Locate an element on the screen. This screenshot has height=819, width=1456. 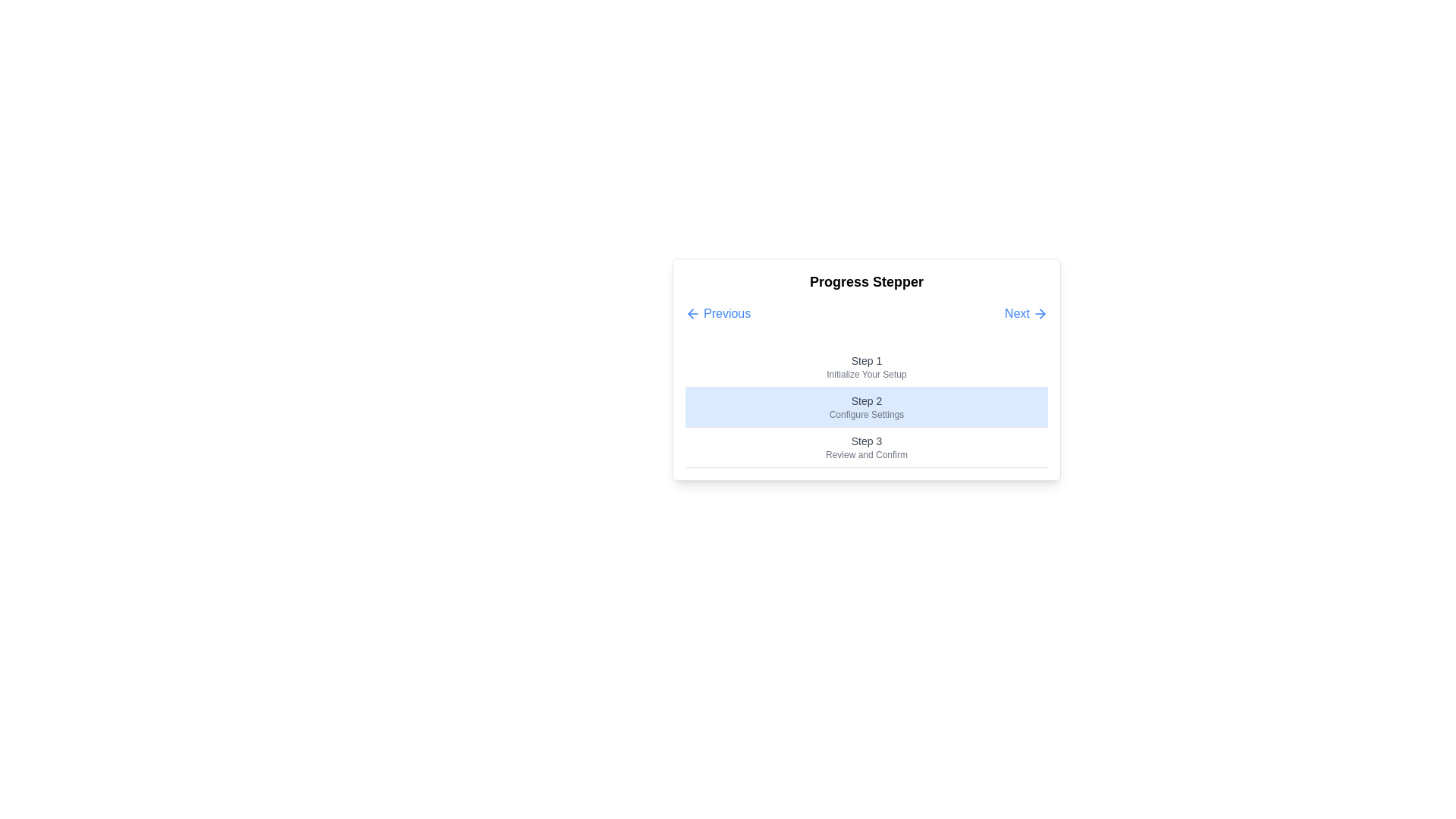
the text label displaying 'Review and Confirm', located at the bottom of the 'Step 3' section in the progression stepper interface is located at coordinates (866, 454).